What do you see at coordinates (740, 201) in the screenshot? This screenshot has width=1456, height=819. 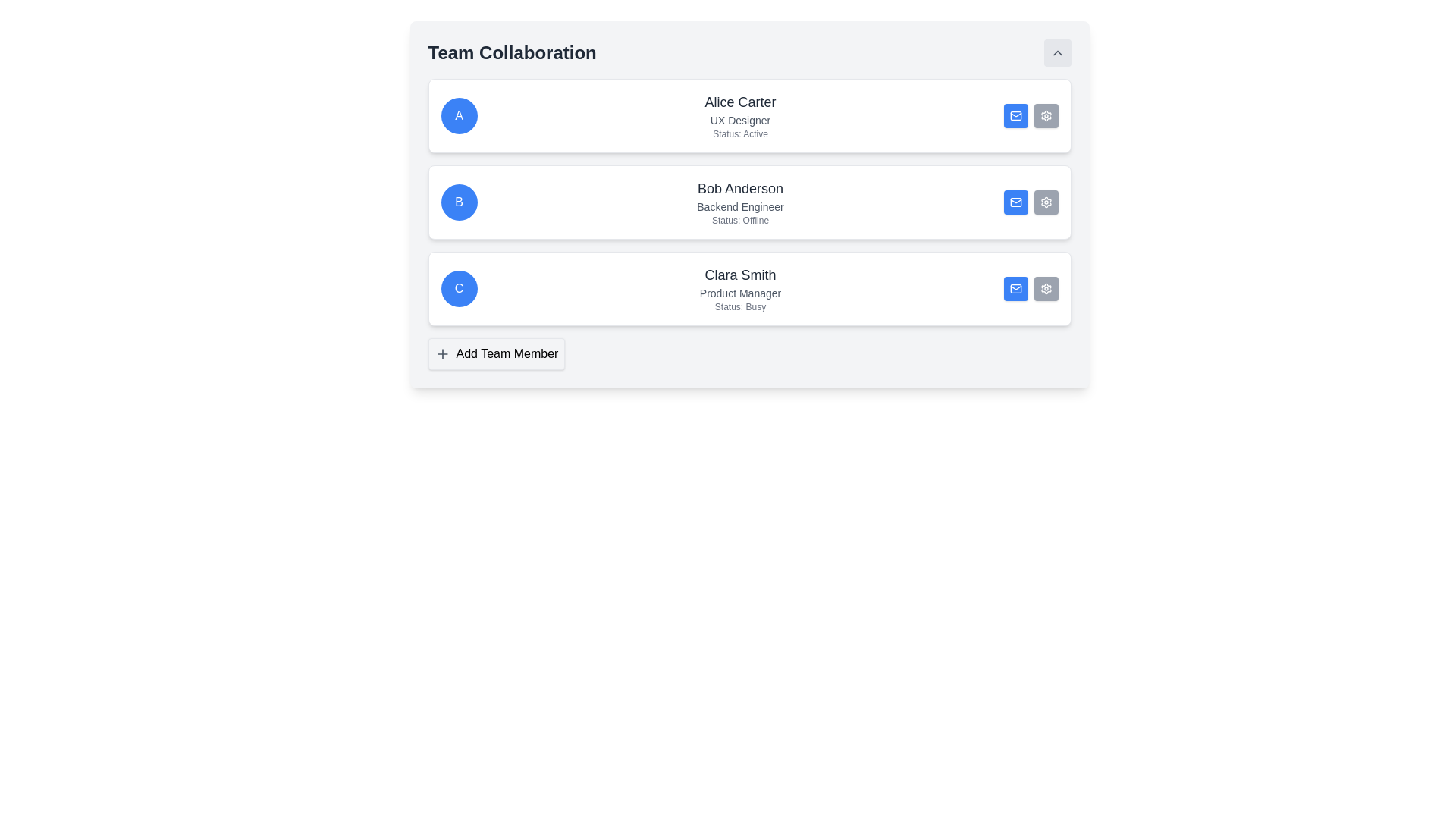 I see `text content of the team member's name, role, and status displayed in the middle card of a vertically stacked list of cards` at bounding box center [740, 201].